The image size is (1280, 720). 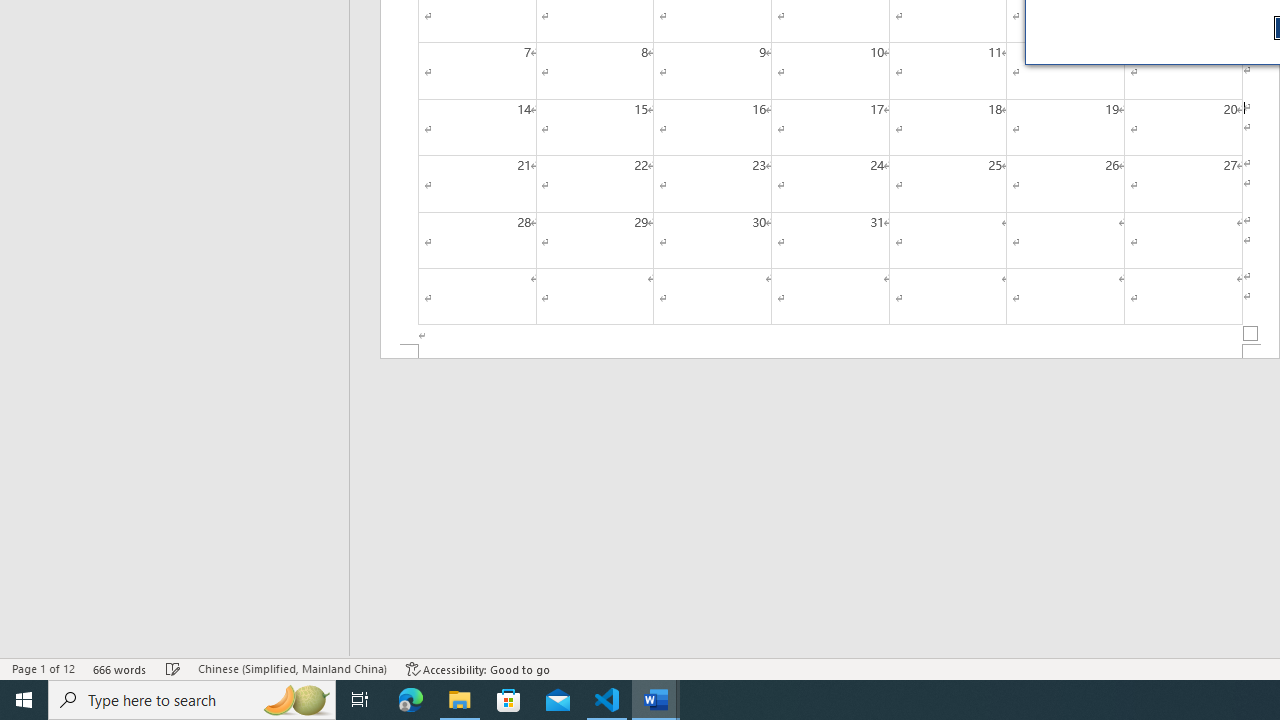 What do you see at coordinates (43, 669) in the screenshot?
I see `'Page Number Page 1 of 12'` at bounding box center [43, 669].